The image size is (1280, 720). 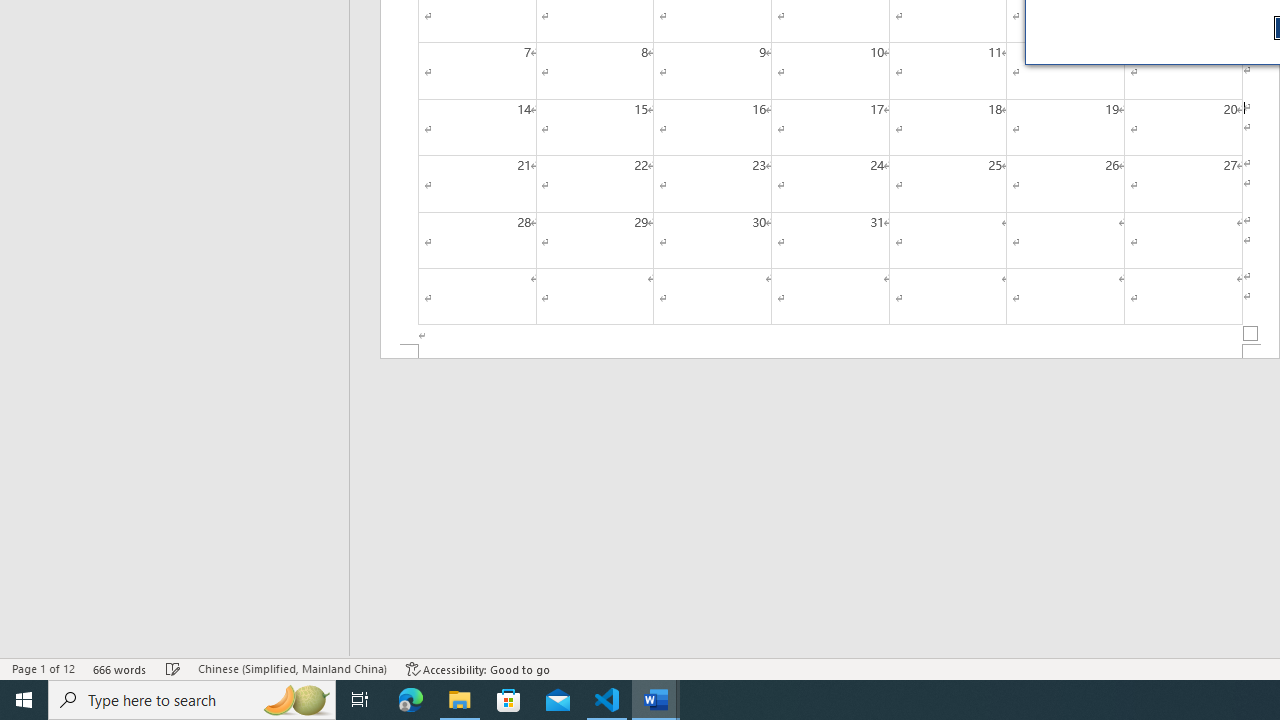 What do you see at coordinates (43, 669) in the screenshot?
I see `'Page Number Page 1 of 12'` at bounding box center [43, 669].